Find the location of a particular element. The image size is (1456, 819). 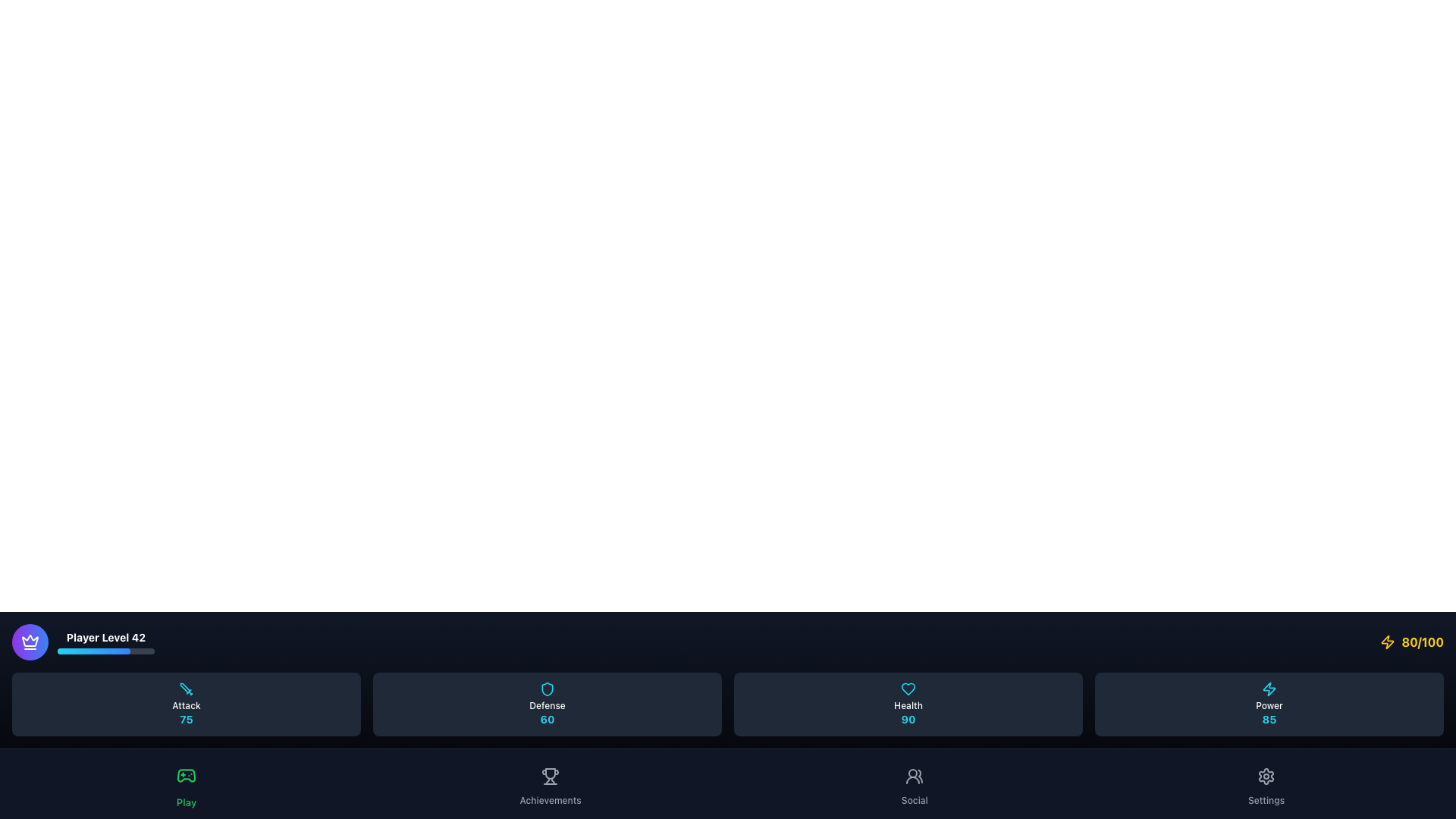

the achievements icon button is located at coordinates (550, 776).